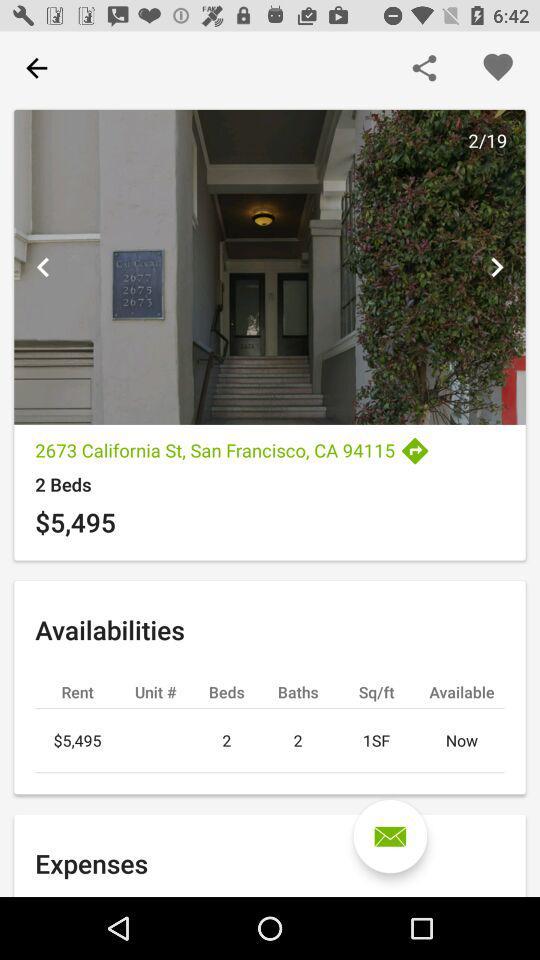 This screenshot has width=540, height=960. Describe the element at coordinates (390, 836) in the screenshot. I see `the icon below the 2 icon` at that location.